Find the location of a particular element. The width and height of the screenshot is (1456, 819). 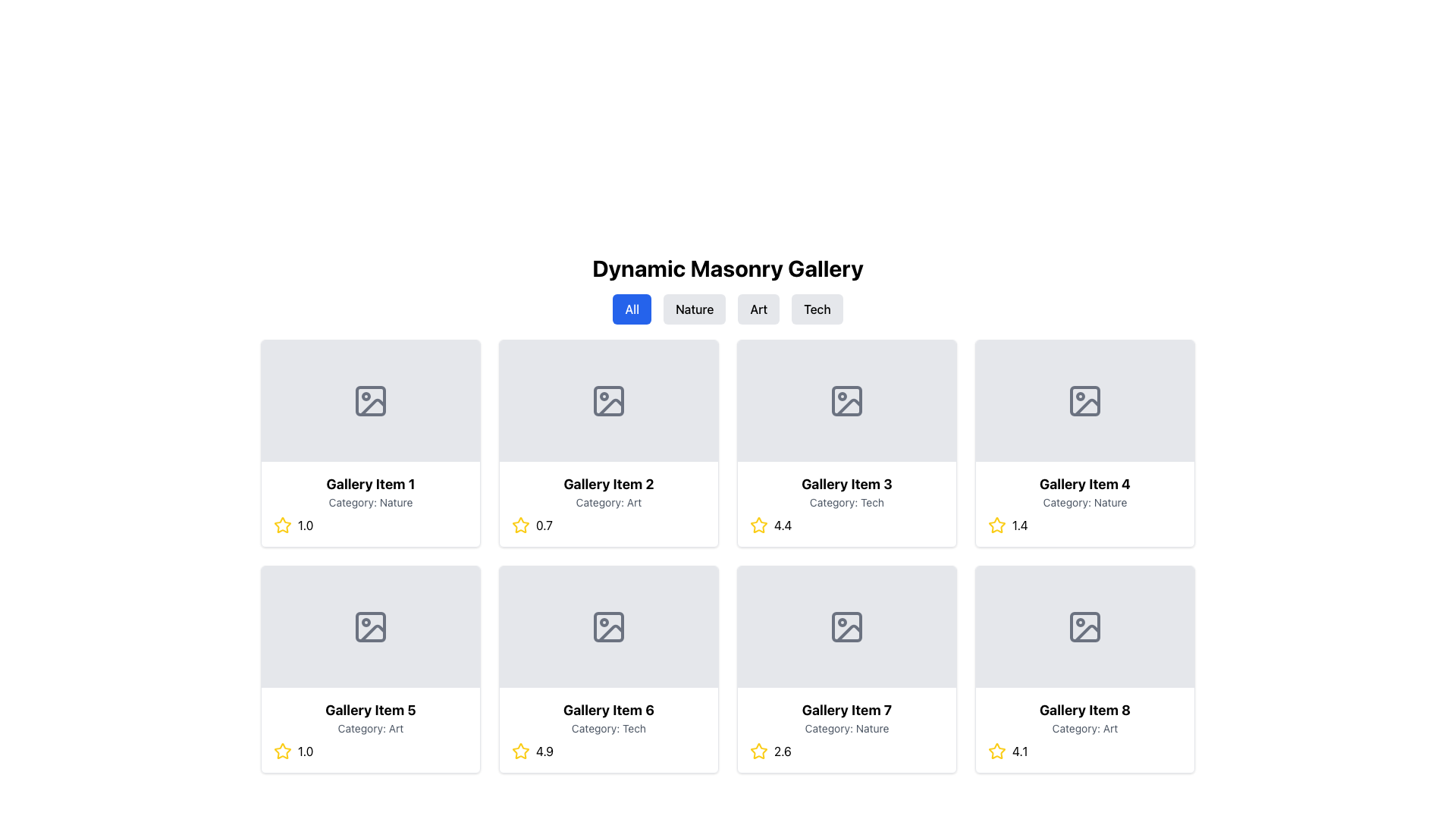

the star icon indicating the gallery item's rating, which is located in the third card of the first row, next to the text '4.4' is located at coordinates (759, 525).